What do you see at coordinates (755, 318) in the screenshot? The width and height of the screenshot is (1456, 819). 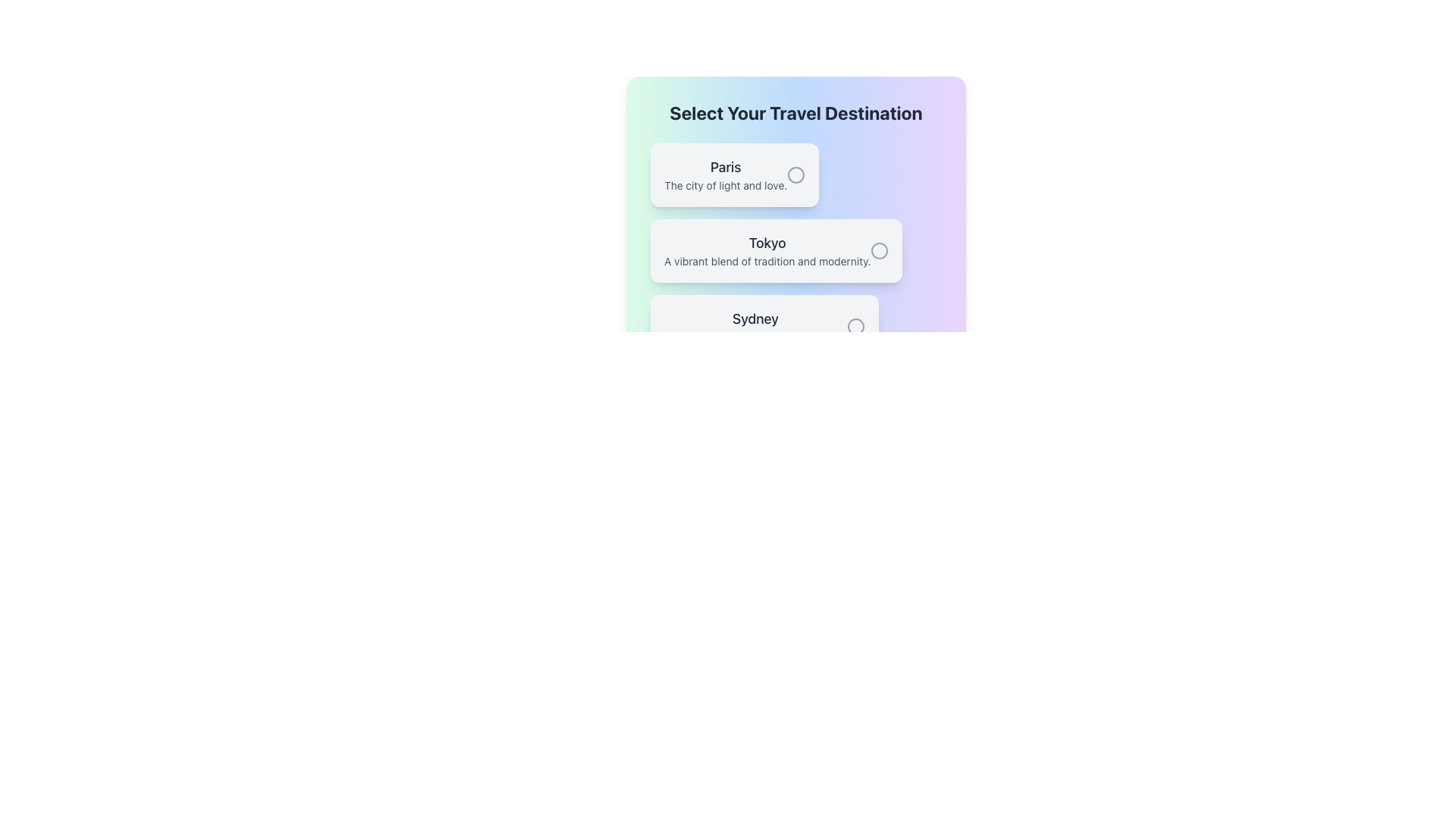 I see `the text element displaying 'Sydney', which is styled with a larger font and medium weight, located in the third position of a vertical list of destination options` at bounding box center [755, 318].